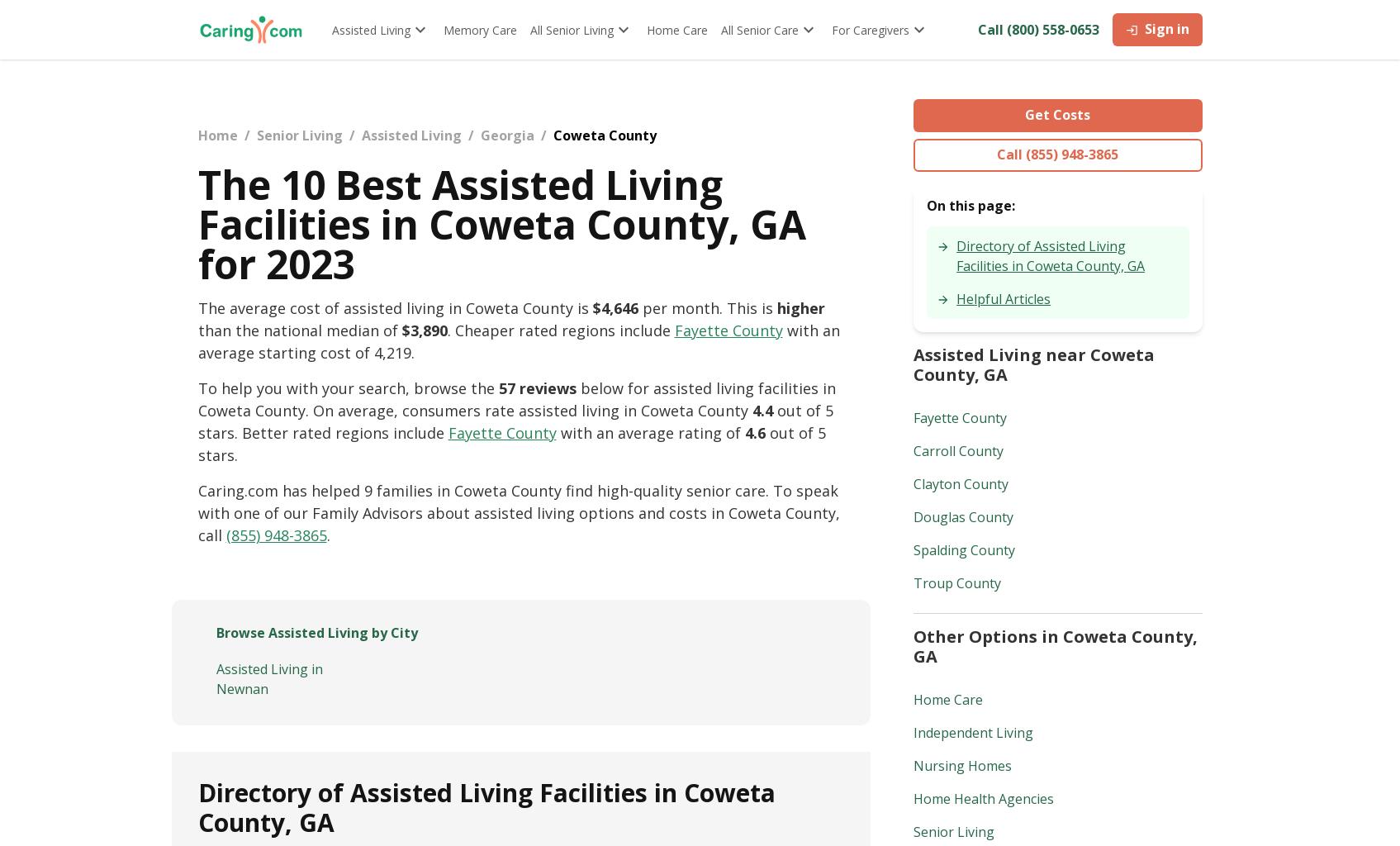 The image size is (1400, 846). I want to click on 'Home Care', so click(947, 698).